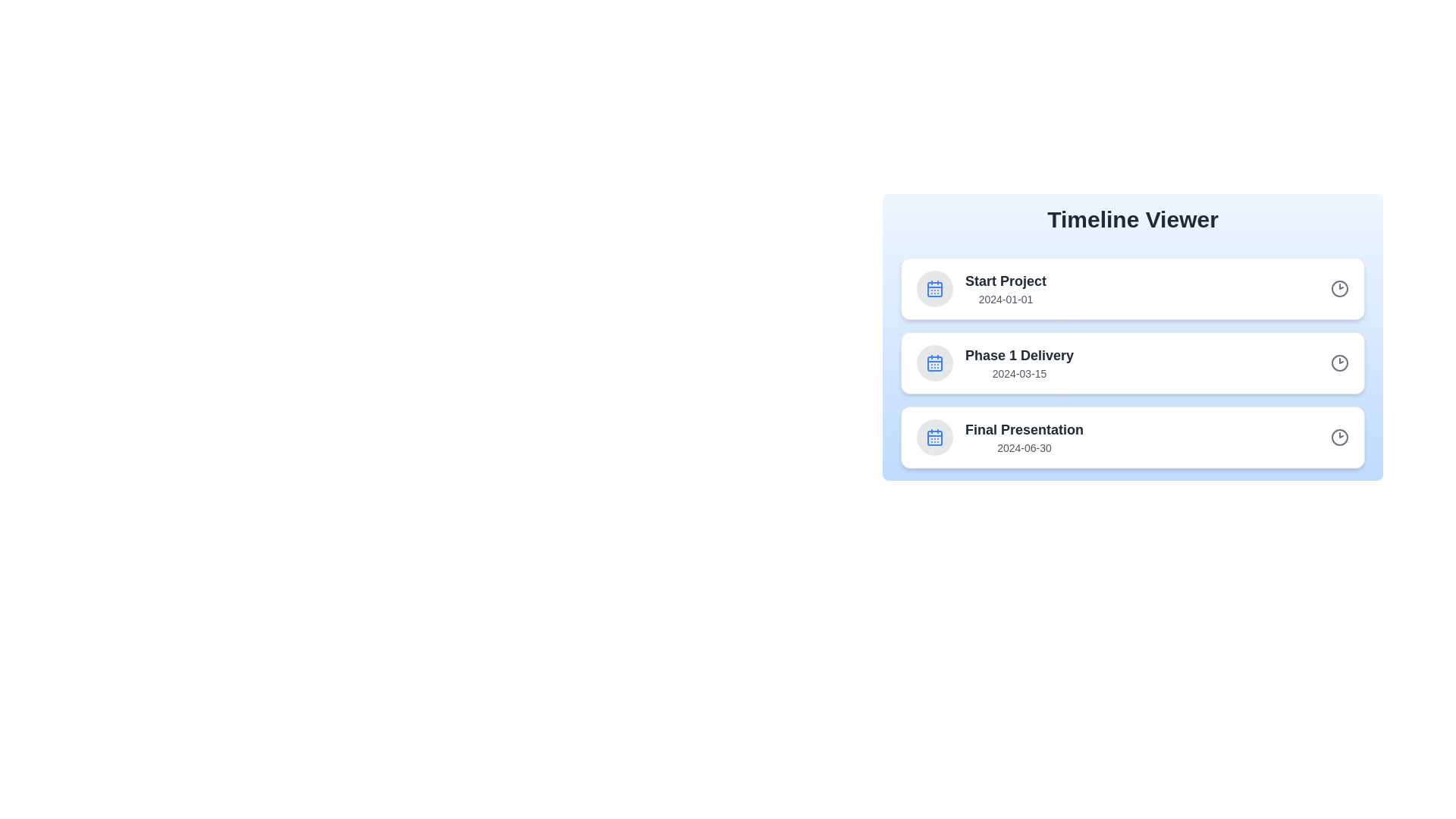  Describe the element at coordinates (981, 289) in the screenshot. I see `the informational card at the top of the 'Timeline Viewer' section` at that location.